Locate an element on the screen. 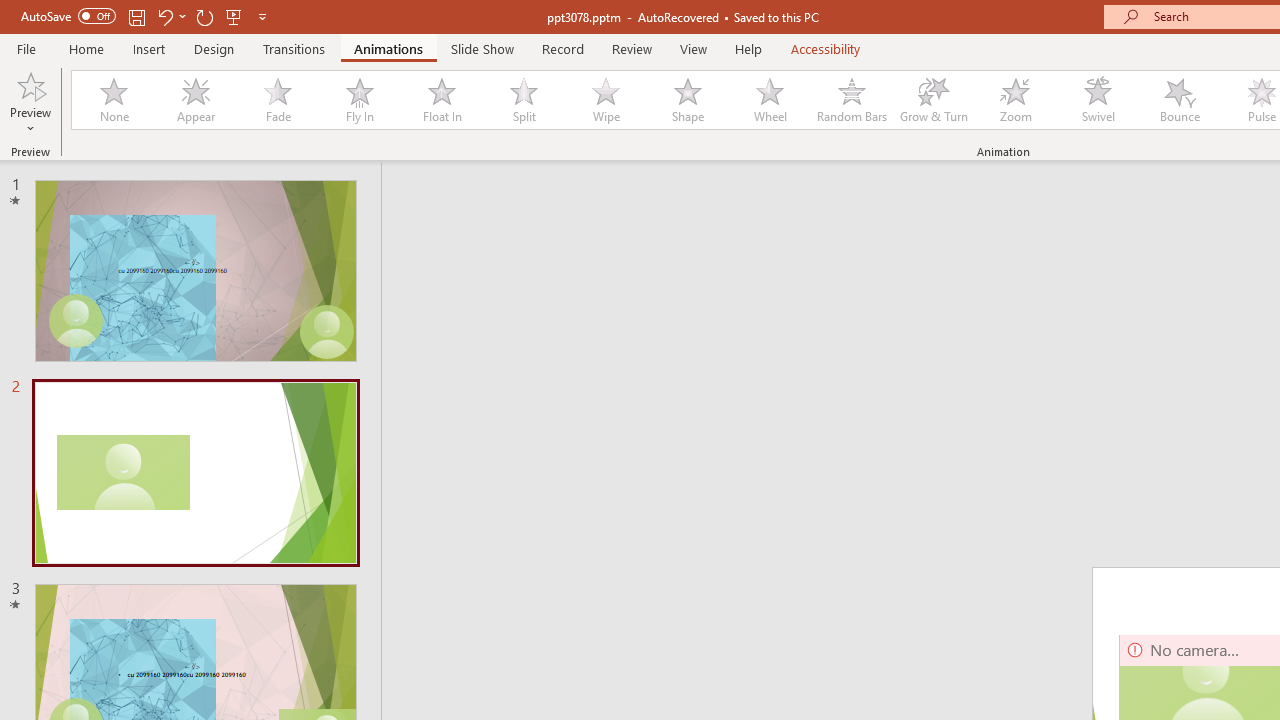 This screenshot has height=720, width=1280. 'File Tab' is located at coordinates (26, 47).